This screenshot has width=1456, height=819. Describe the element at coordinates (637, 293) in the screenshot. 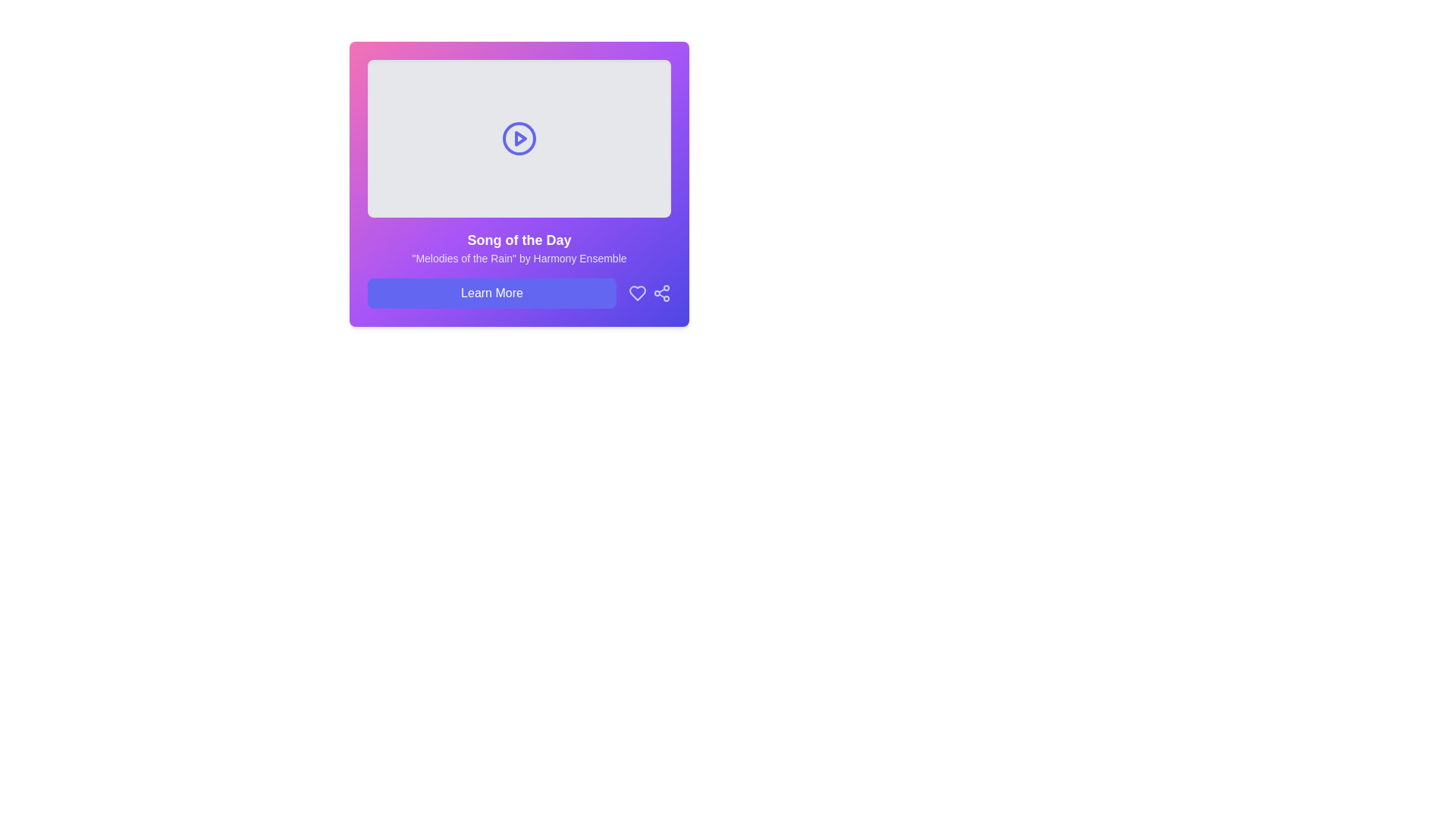

I see `the Heart icon located in the bottom-right section of the card to mark it as a favorite` at that location.